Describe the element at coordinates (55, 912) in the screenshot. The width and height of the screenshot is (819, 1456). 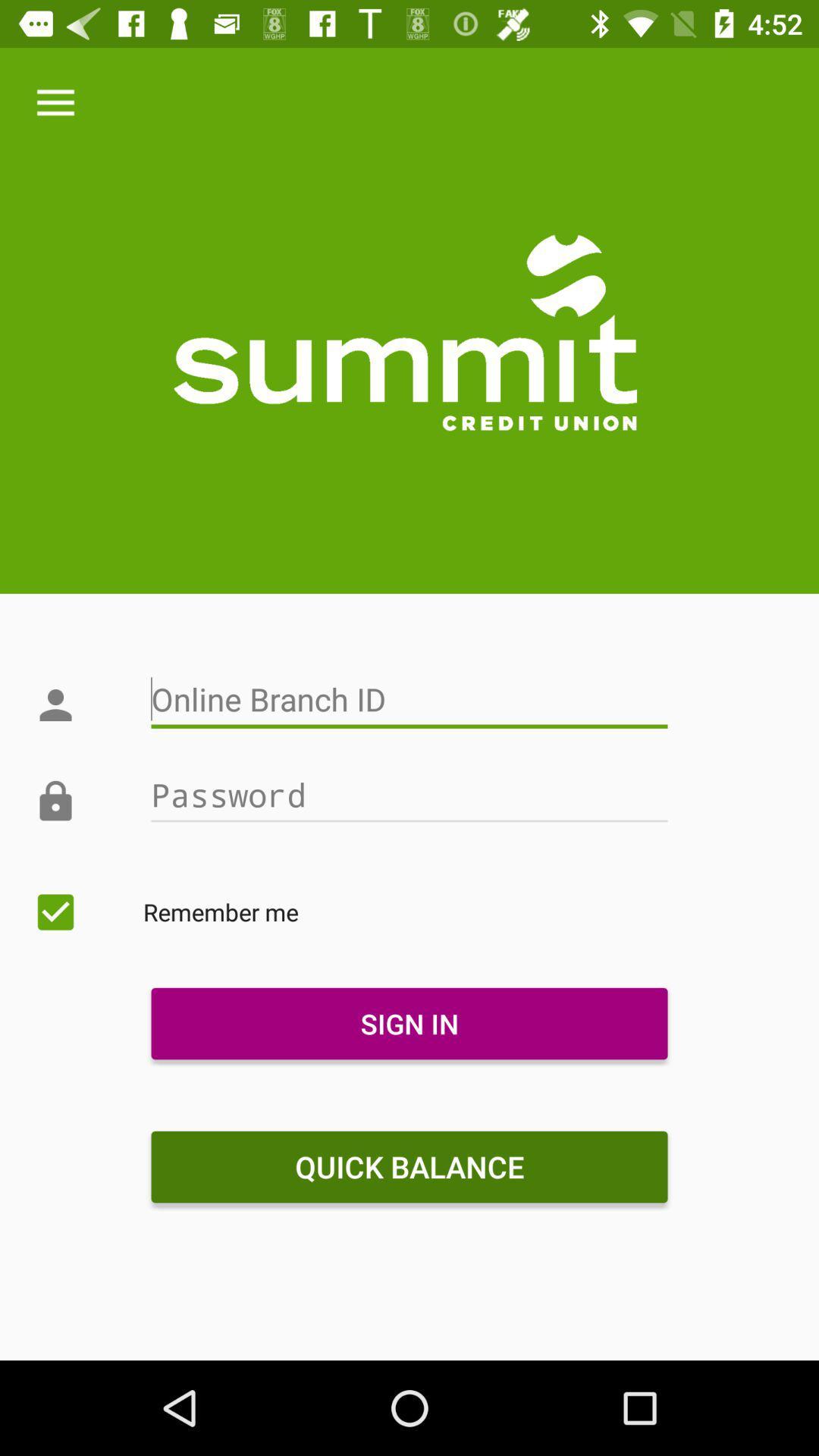
I see `the icon next to the remember me` at that location.